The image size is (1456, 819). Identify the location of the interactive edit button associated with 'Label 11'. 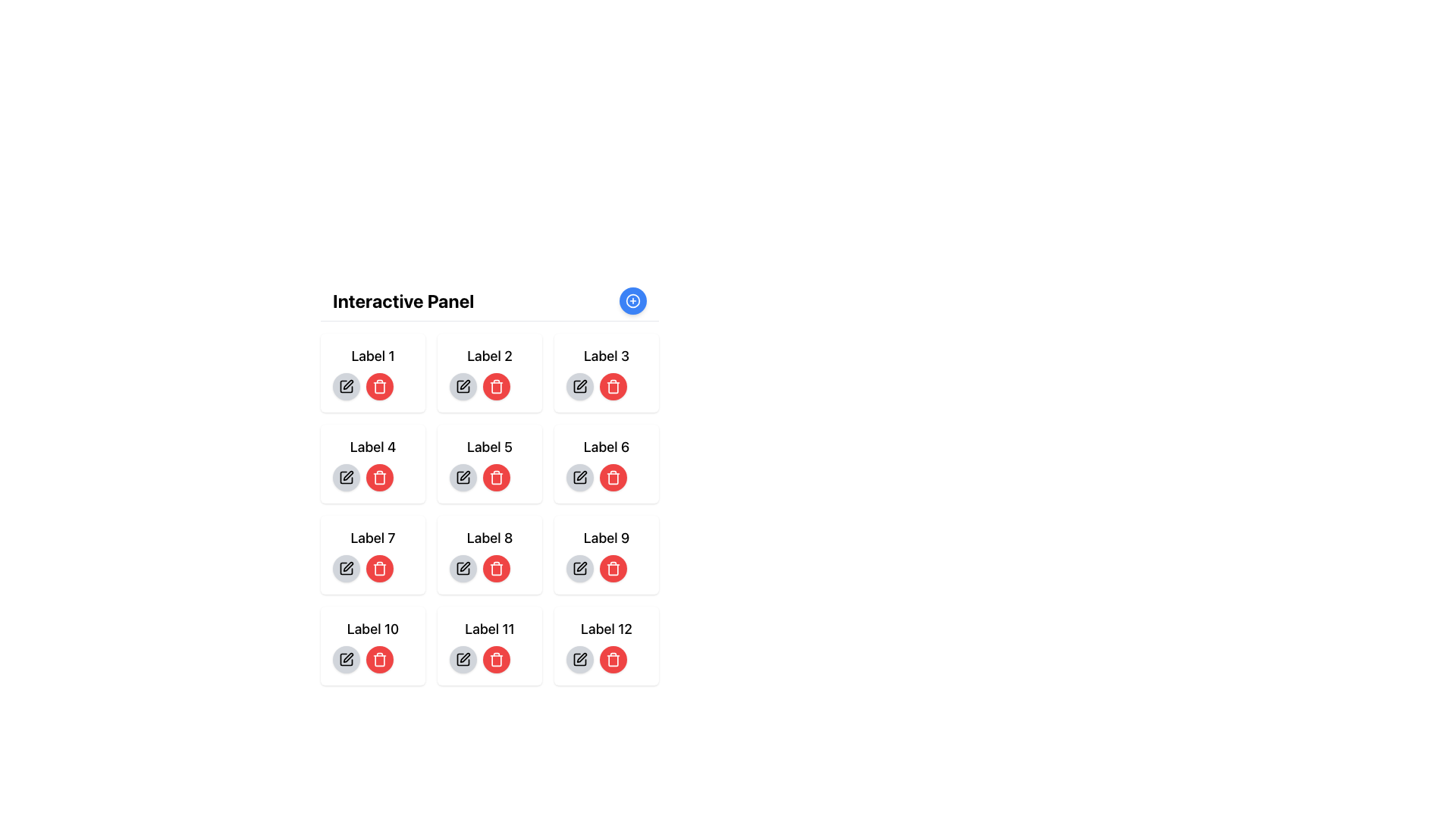
(462, 659).